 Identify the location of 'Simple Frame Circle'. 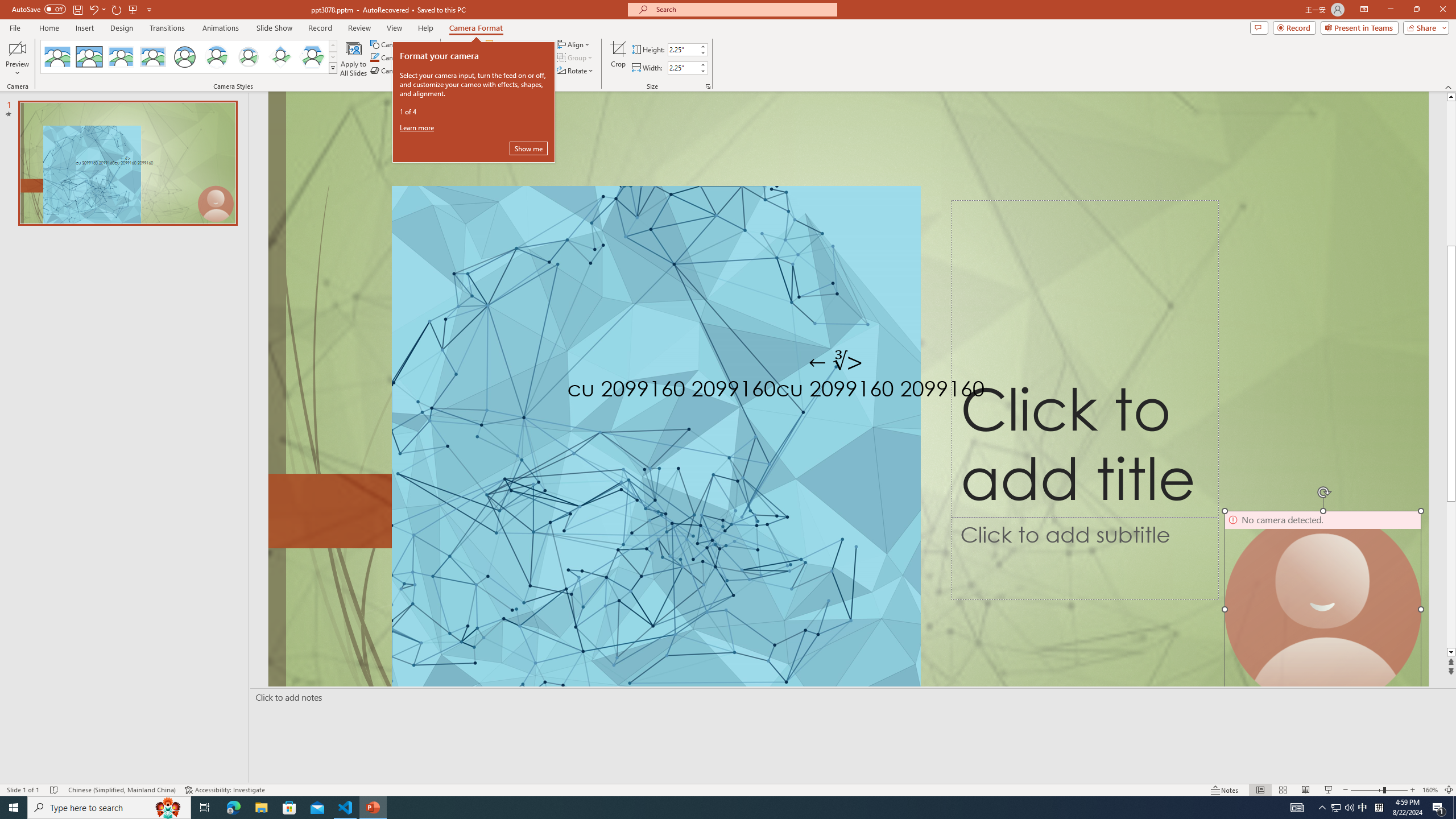
(185, 56).